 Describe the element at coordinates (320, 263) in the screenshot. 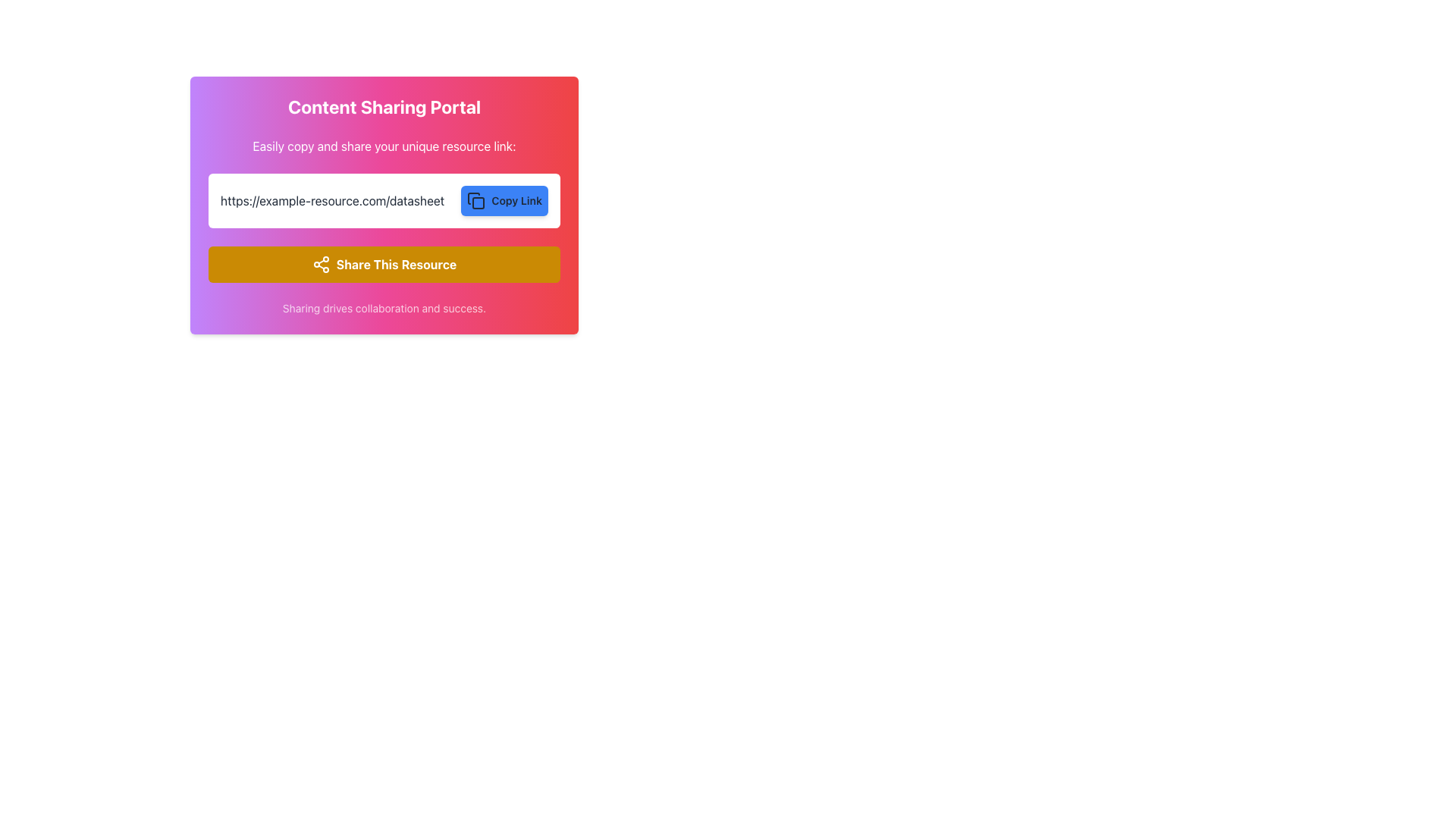

I see `the share icon within the yellow button labeled 'Share This Resource' in the 'Content Sharing Portal' panel to indicate sharing functionality` at that location.